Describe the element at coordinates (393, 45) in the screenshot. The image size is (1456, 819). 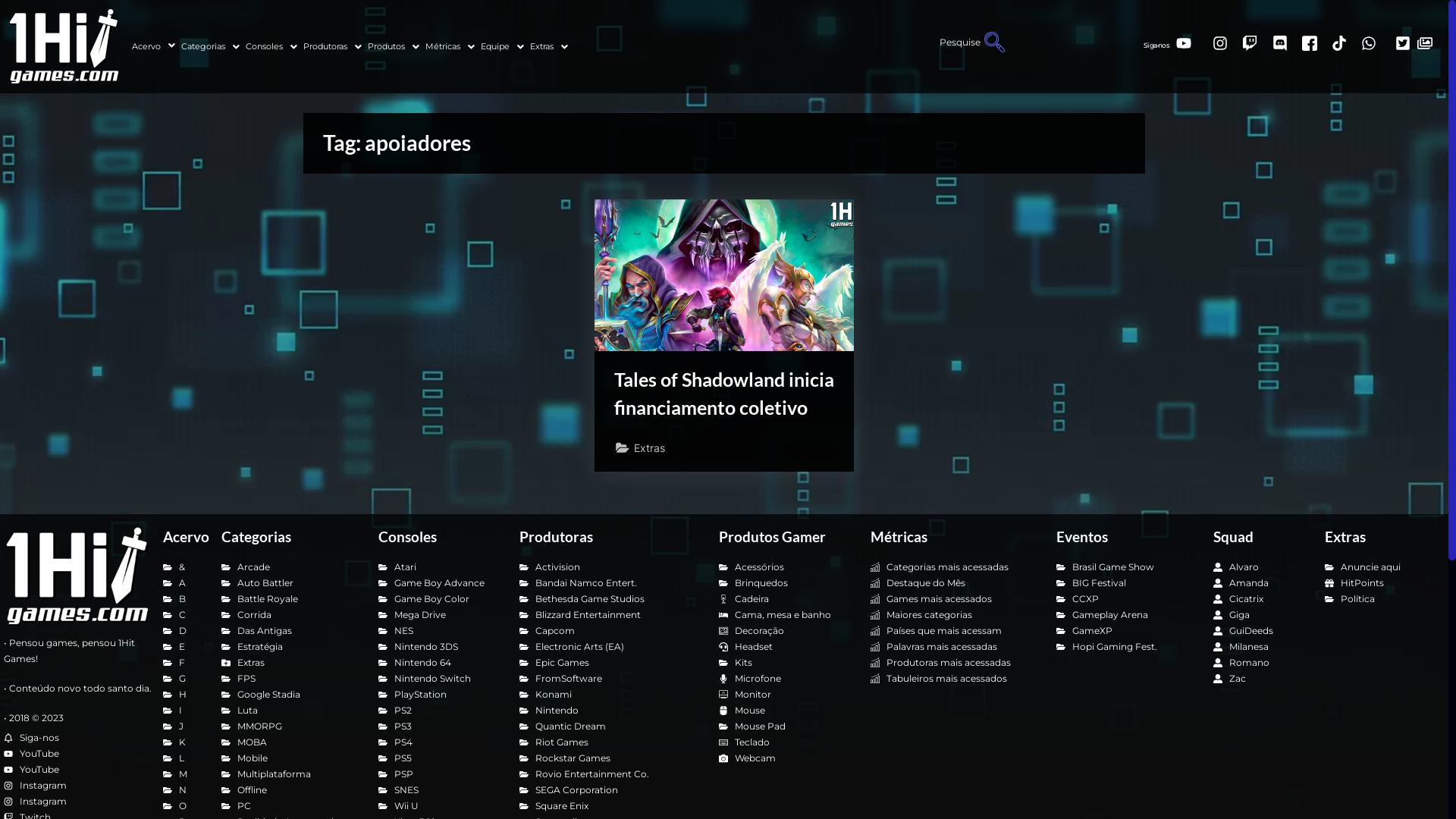
I see `'Produtos'` at that location.